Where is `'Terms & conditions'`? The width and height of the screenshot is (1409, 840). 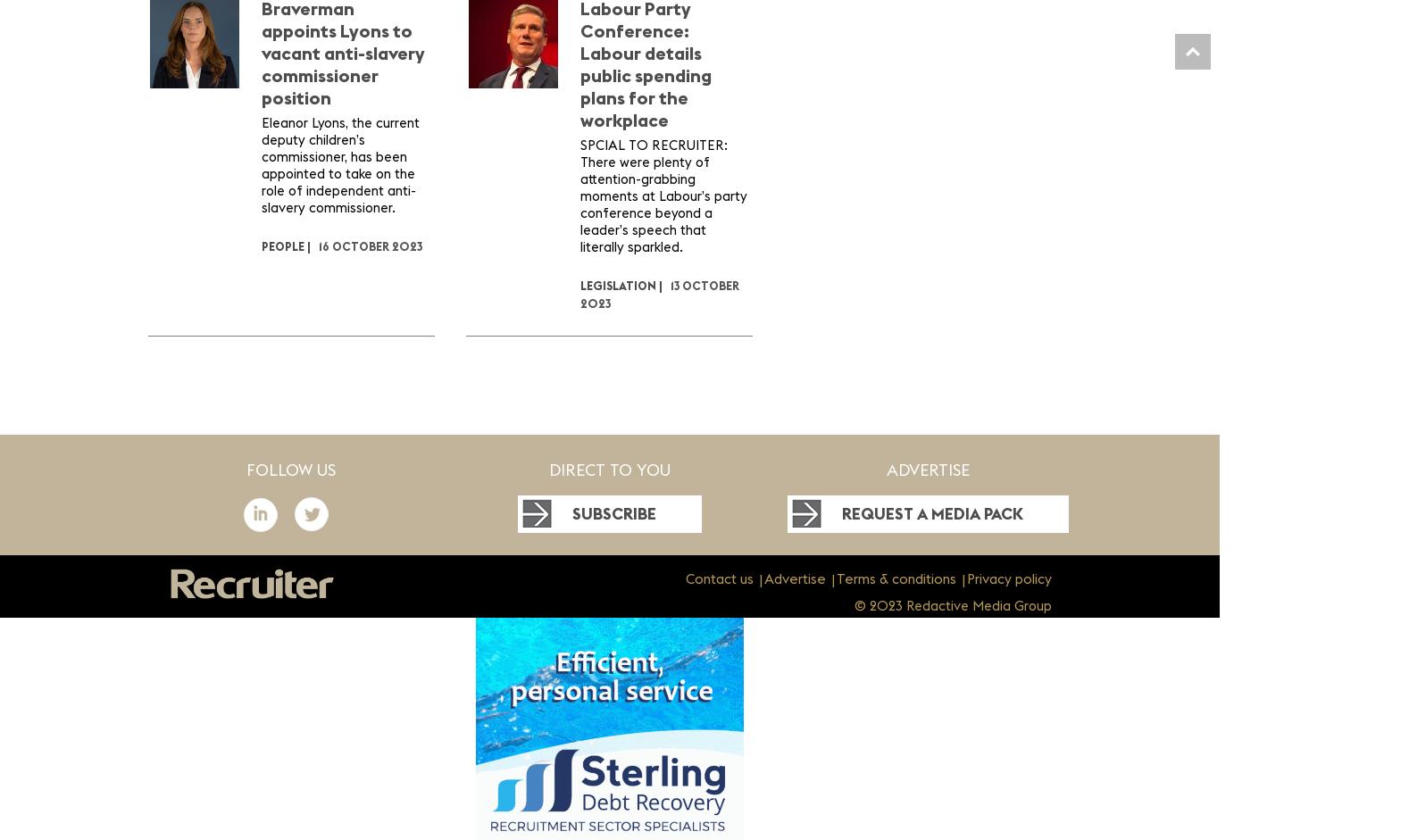 'Terms & conditions' is located at coordinates (894, 578).